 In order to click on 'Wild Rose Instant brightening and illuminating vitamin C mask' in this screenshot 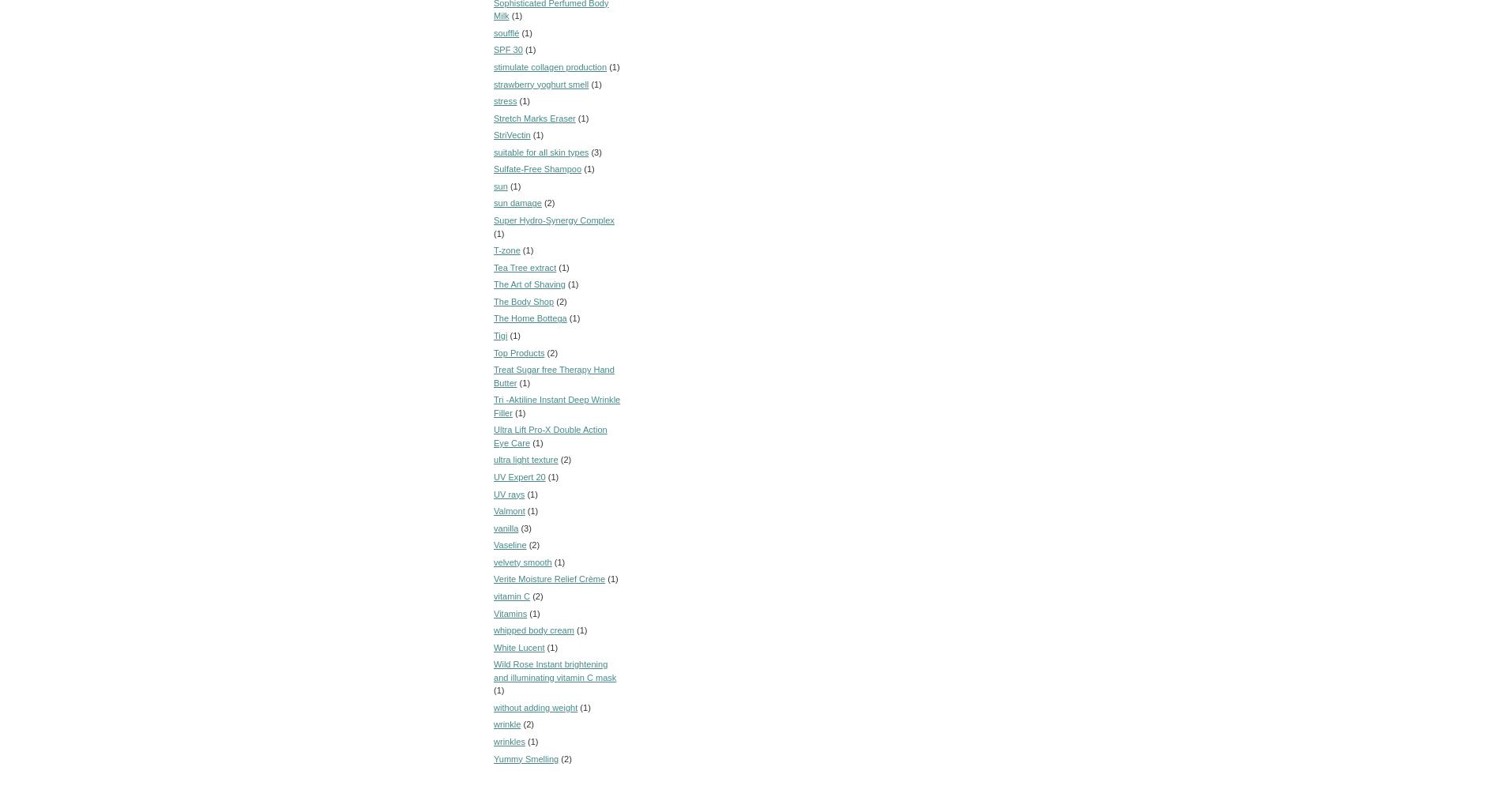, I will do `click(555, 670)`.